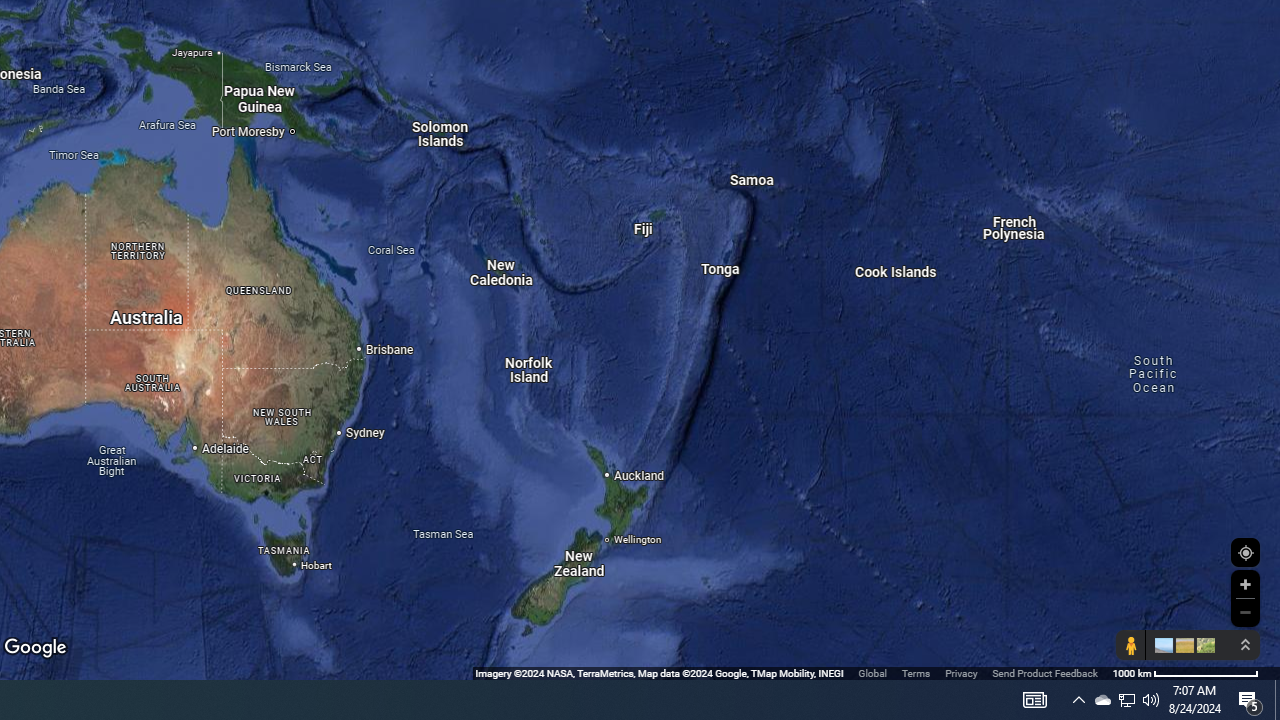 The width and height of the screenshot is (1280, 720). I want to click on '1000 km', so click(1185, 673).